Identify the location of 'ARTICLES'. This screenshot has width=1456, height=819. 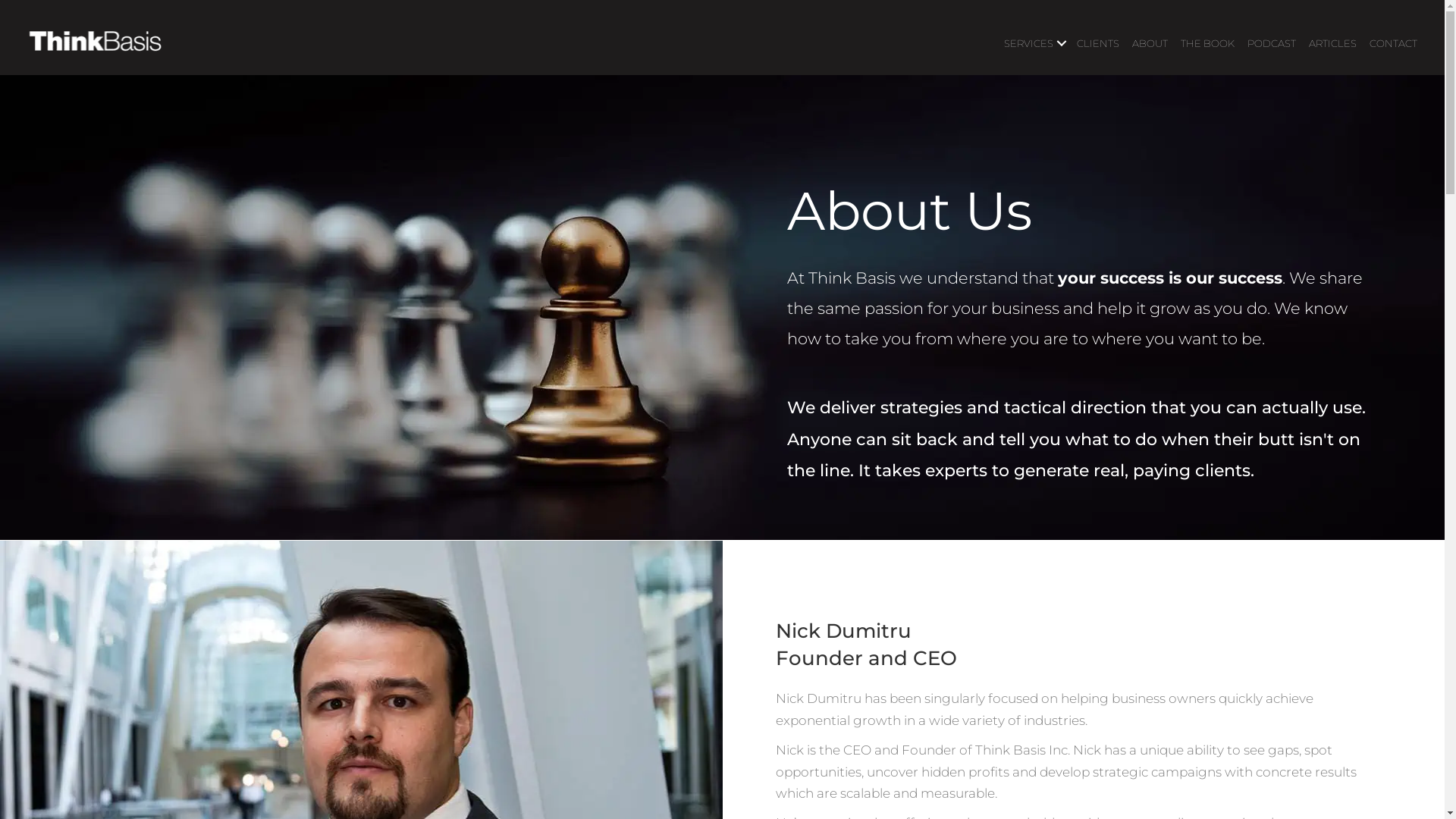
(1332, 42).